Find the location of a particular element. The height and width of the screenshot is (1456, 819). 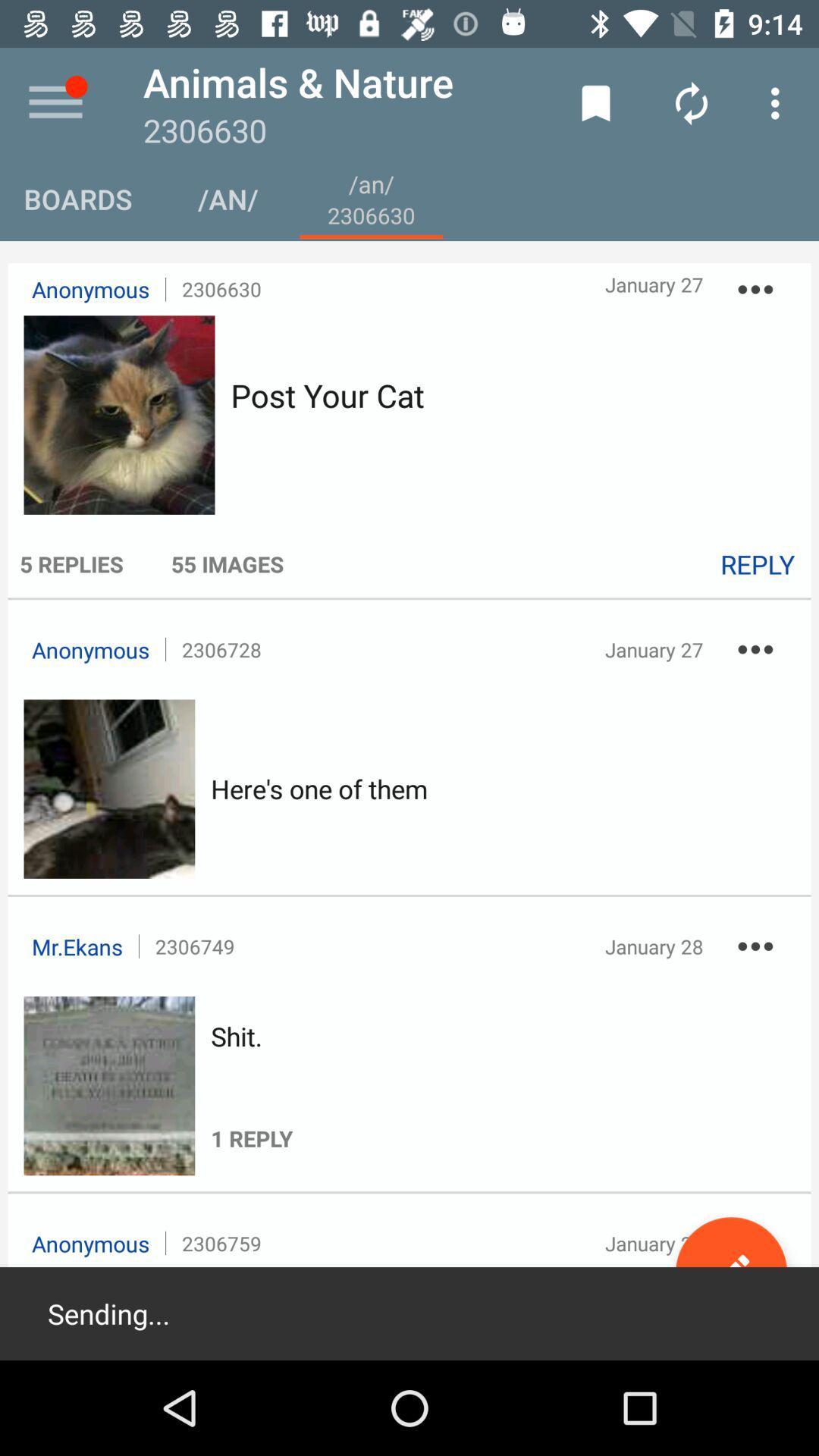

the item above the anonymous item is located at coordinates (71, 563).